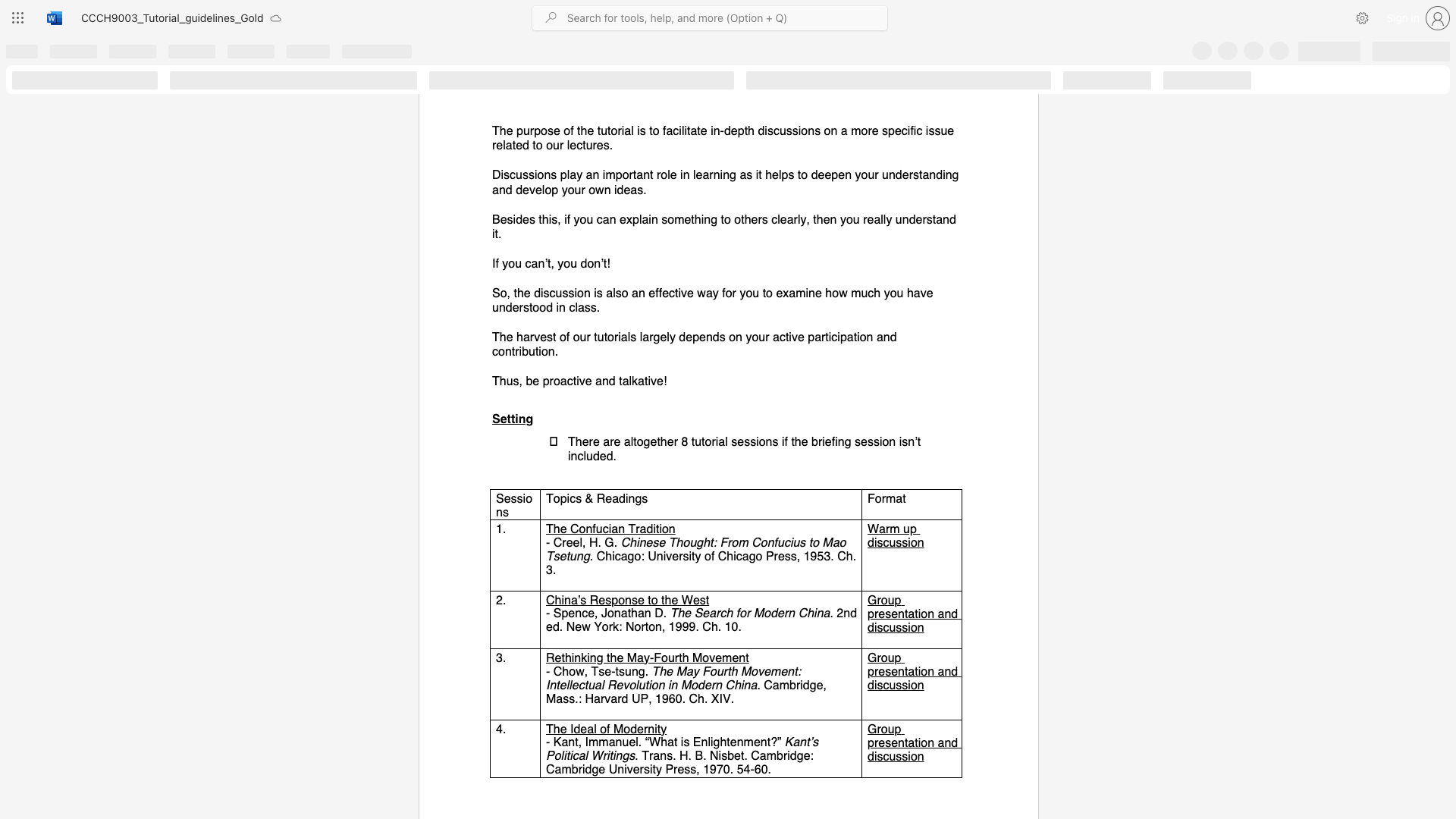 The image size is (1456, 819). What do you see at coordinates (583, 541) in the screenshot?
I see `the 1th character "," in the text` at bounding box center [583, 541].